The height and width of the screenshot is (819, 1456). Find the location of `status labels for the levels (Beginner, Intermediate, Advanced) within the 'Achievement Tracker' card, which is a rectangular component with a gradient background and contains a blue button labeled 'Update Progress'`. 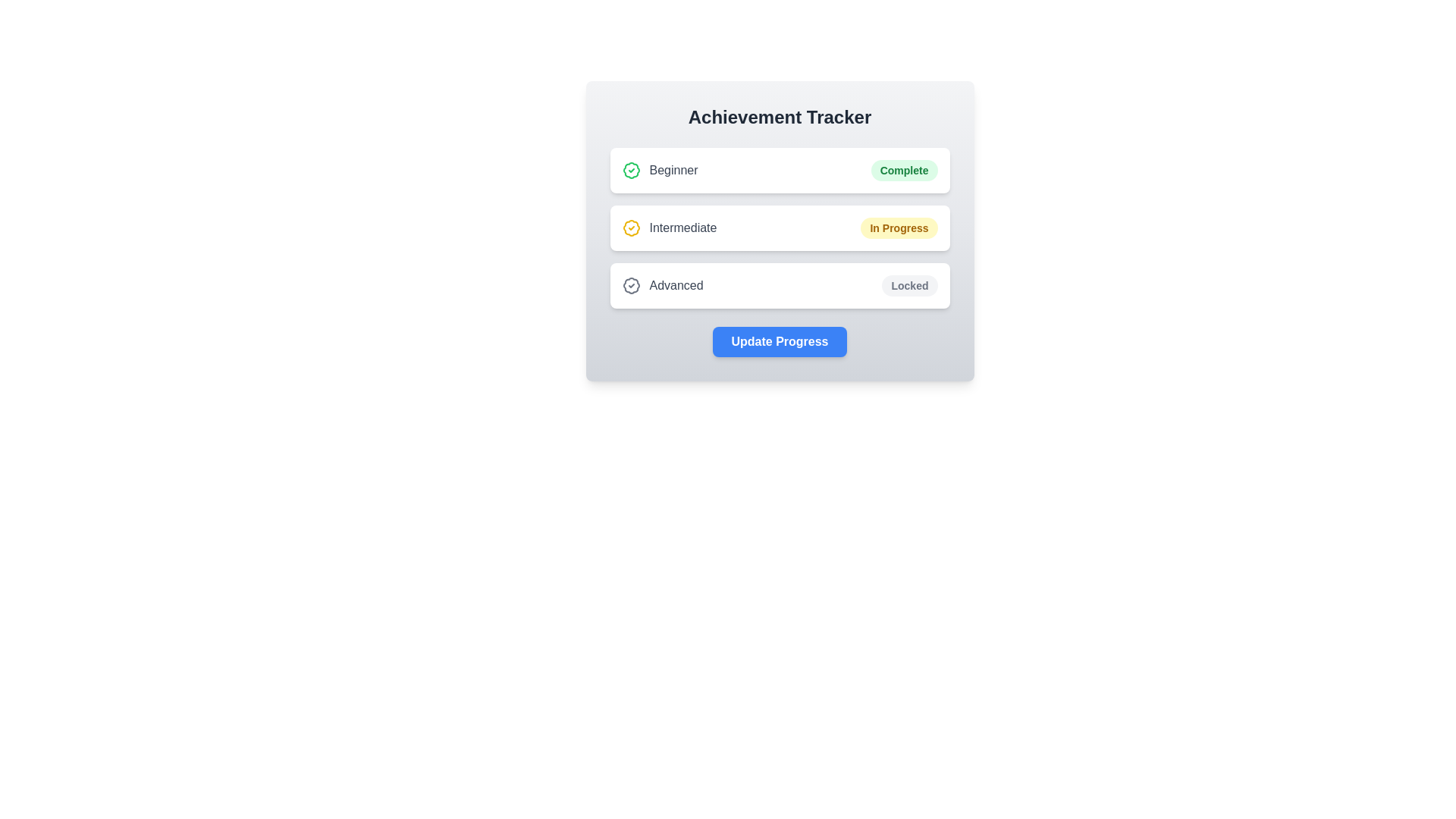

status labels for the levels (Beginner, Intermediate, Advanced) within the 'Achievement Tracker' card, which is a rectangular component with a gradient background and contains a blue button labeled 'Update Progress' is located at coordinates (780, 231).